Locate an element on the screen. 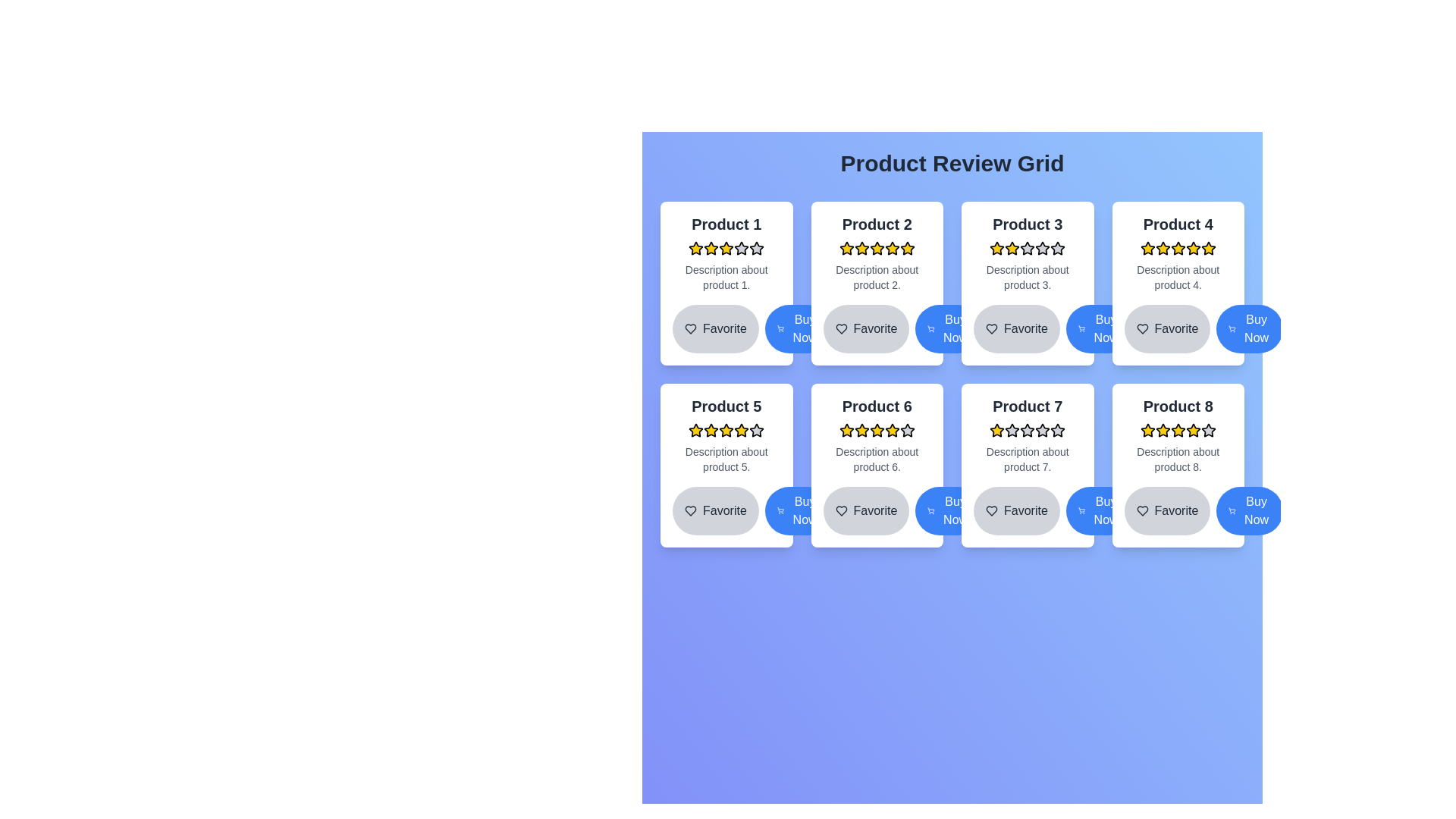 This screenshot has width=1456, height=819. the fourth yellow star icon in the 5-star rating row for Product 8 is located at coordinates (1177, 430).